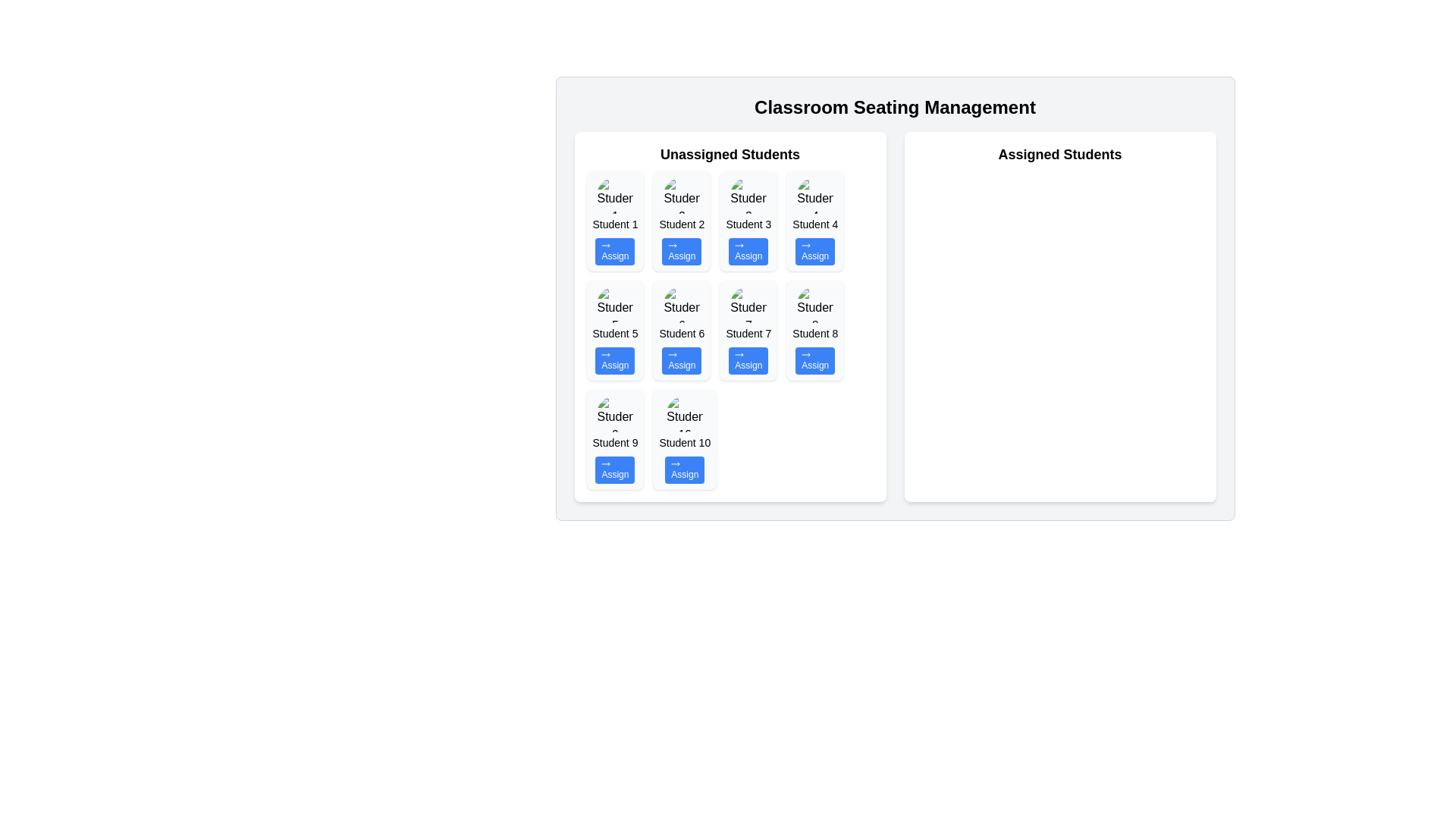 The image size is (1456, 819). I want to click on the static text label displaying 'Student 1', which is located in the first card of the 'Unassigned Students' section, positioned below an image and above the 'Assign' button, so click(615, 224).